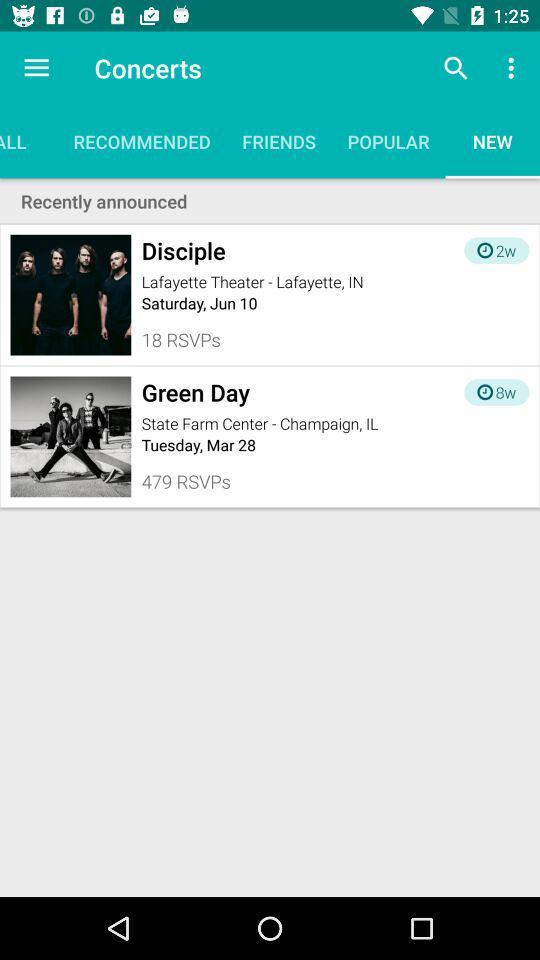 The image size is (540, 960). What do you see at coordinates (36, 68) in the screenshot?
I see `icon above all` at bounding box center [36, 68].